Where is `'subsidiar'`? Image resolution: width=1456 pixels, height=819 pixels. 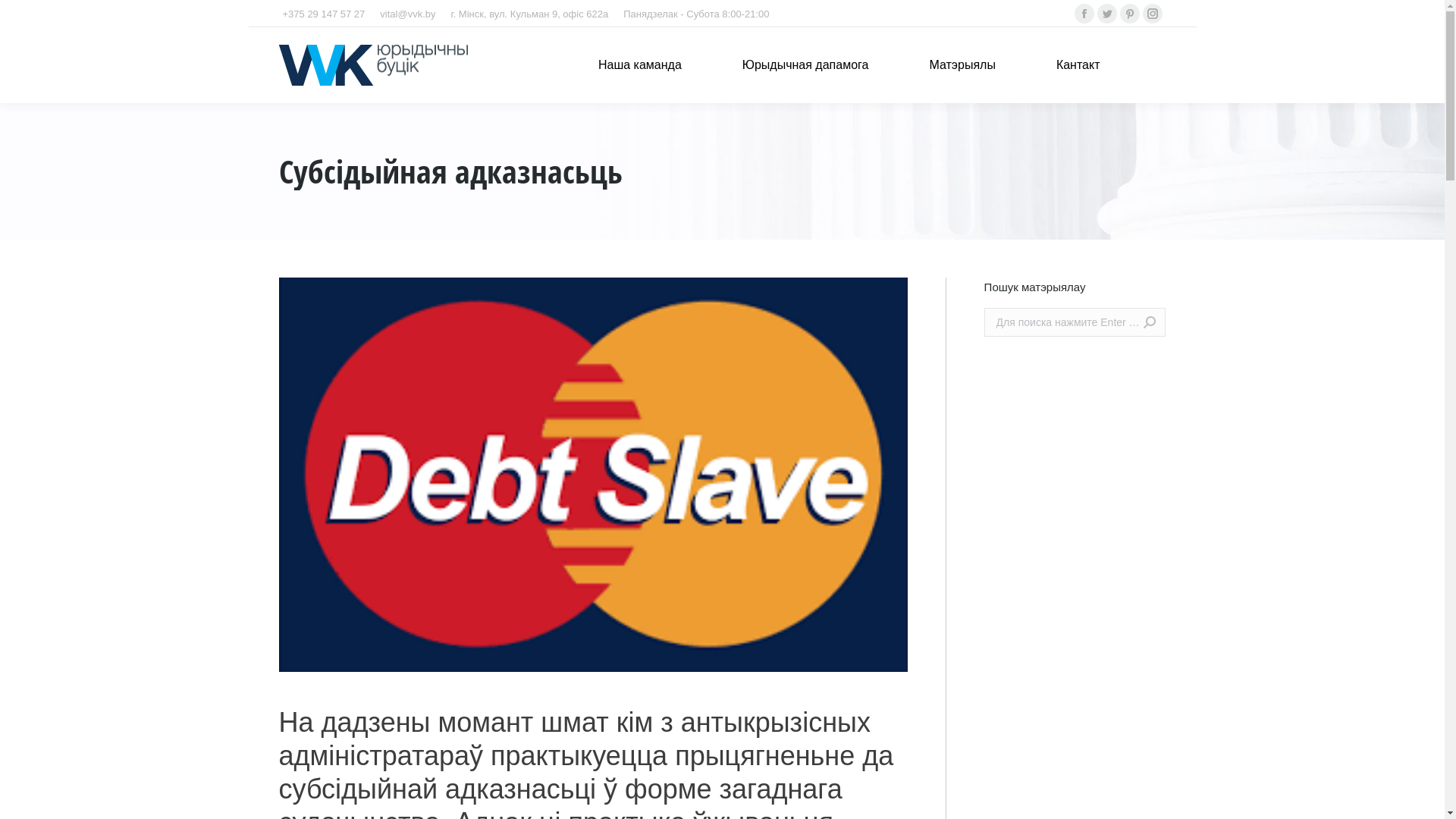
'subsidiar' is located at coordinates (592, 473).